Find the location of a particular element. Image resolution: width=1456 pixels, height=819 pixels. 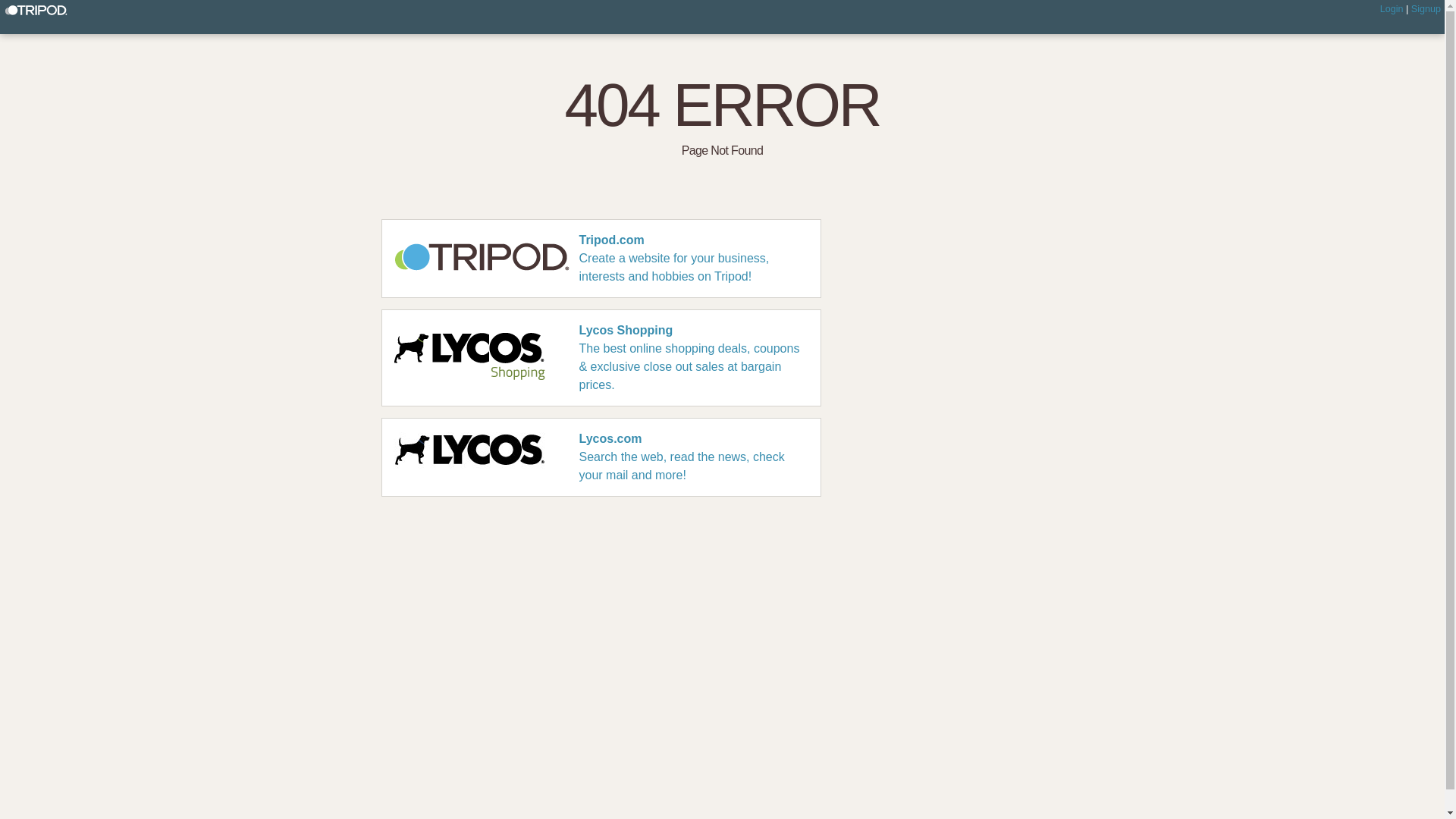

'Signup' is located at coordinates (1425, 8).